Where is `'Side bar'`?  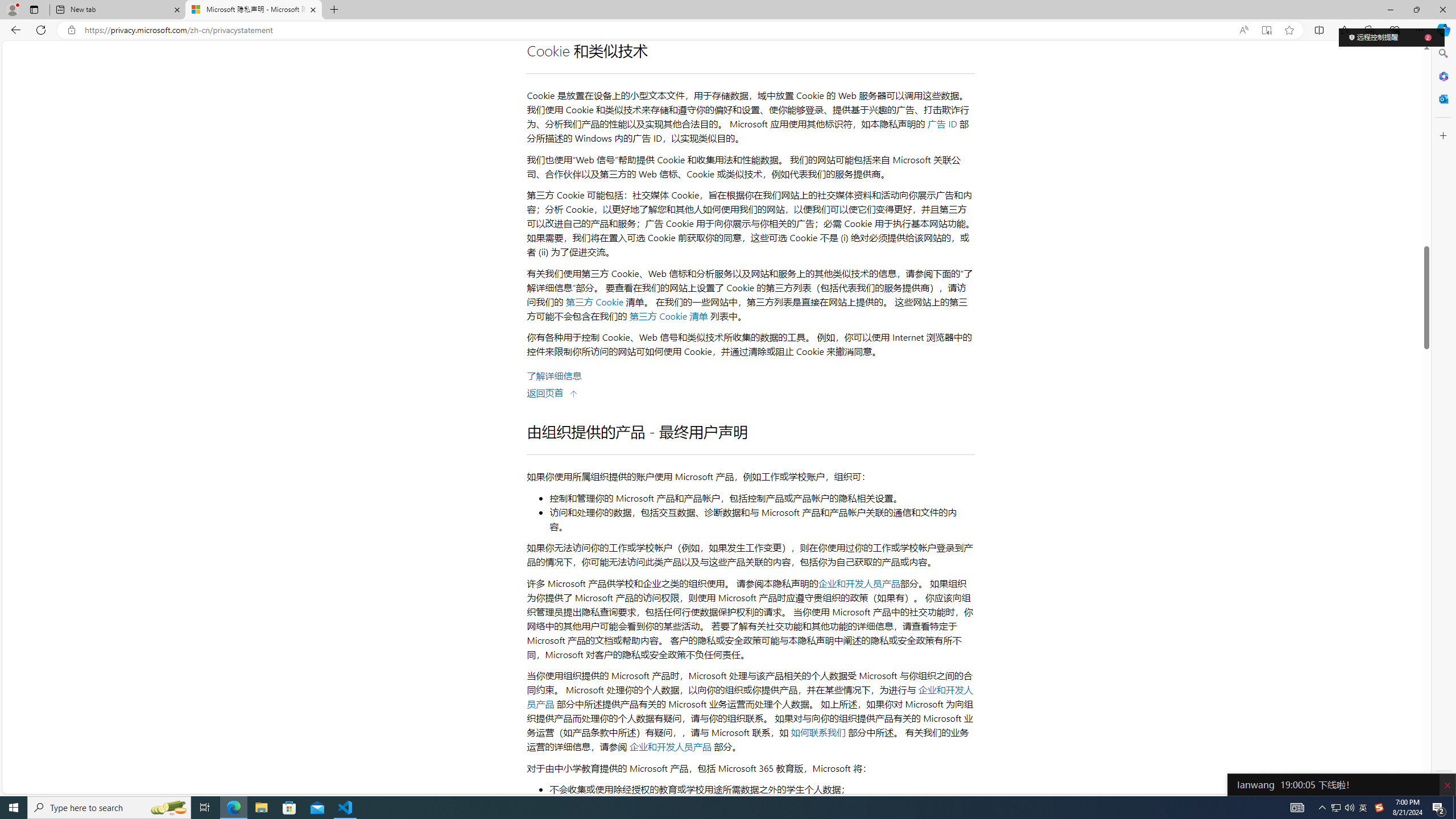 'Side bar' is located at coordinates (1443, 418).